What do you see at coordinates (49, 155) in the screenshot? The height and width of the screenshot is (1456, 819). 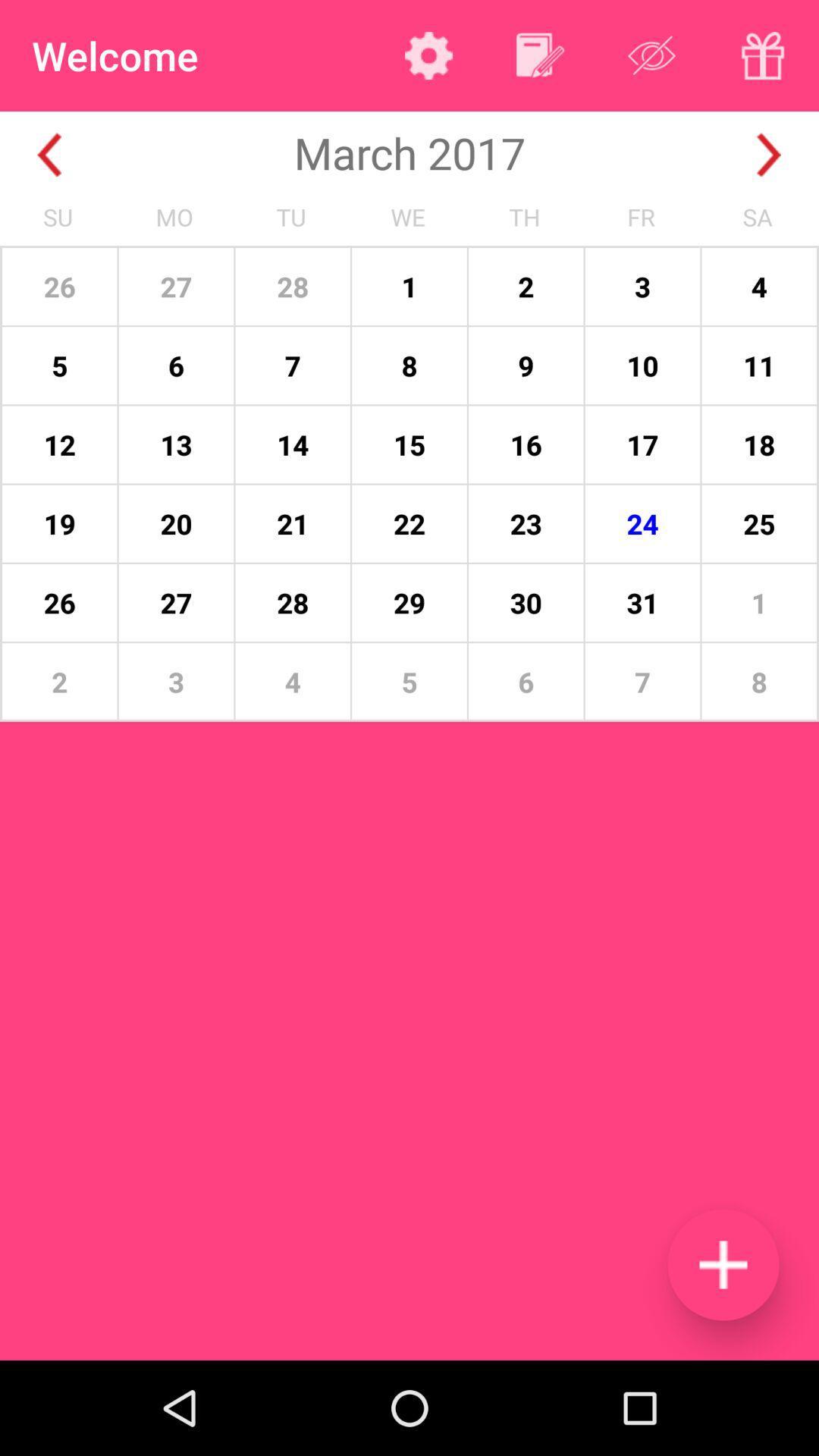 I see `go back` at bounding box center [49, 155].